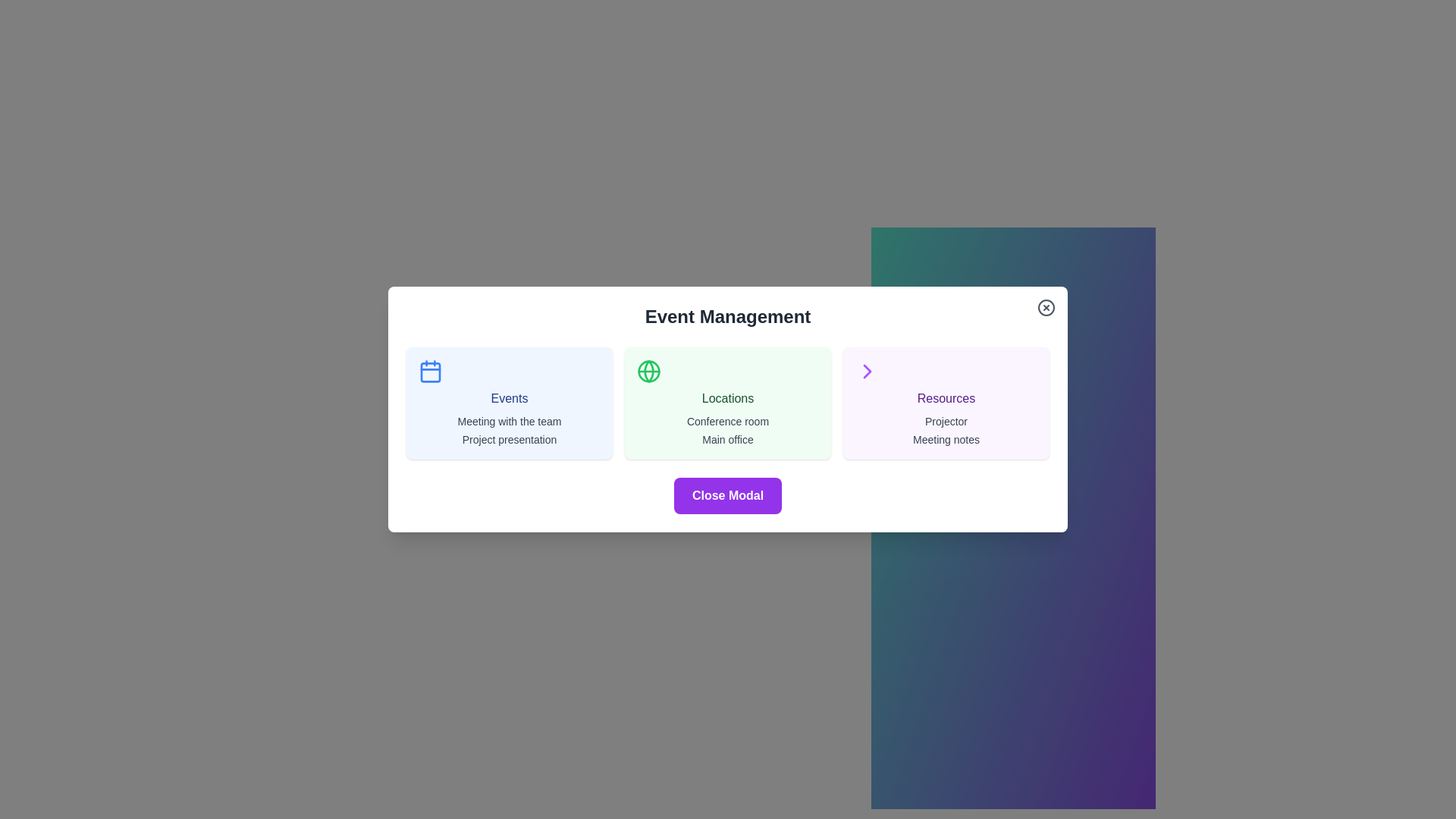  What do you see at coordinates (728, 403) in the screenshot?
I see `the light green card titled 'Locations' that contains a globe icon and text for 'Conference room' and 'Main office' in the Event Management modal` at bounding box center [728, 403].